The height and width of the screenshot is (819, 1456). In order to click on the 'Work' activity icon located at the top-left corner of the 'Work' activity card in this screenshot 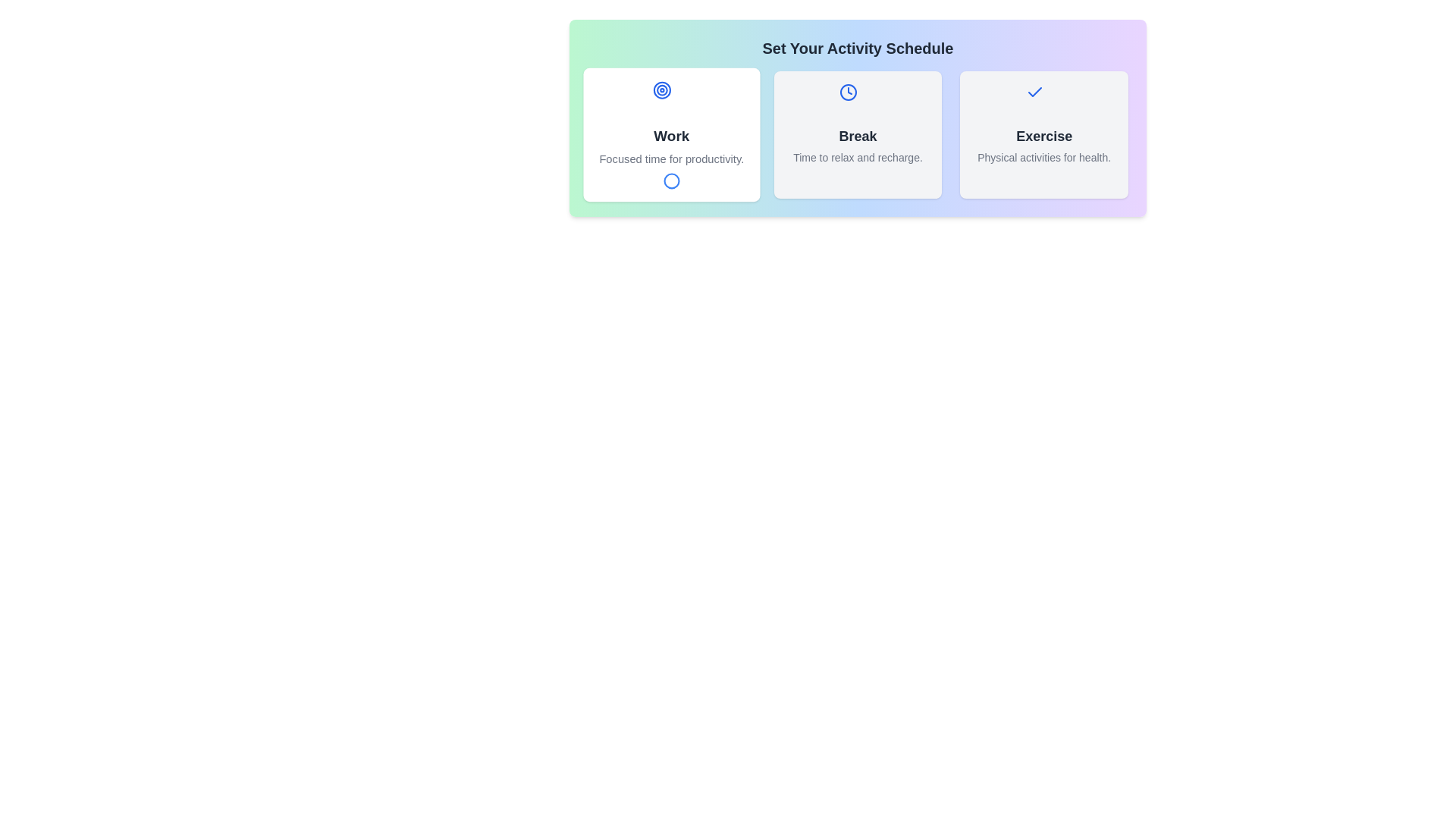, I will do `click(662, 90)`.